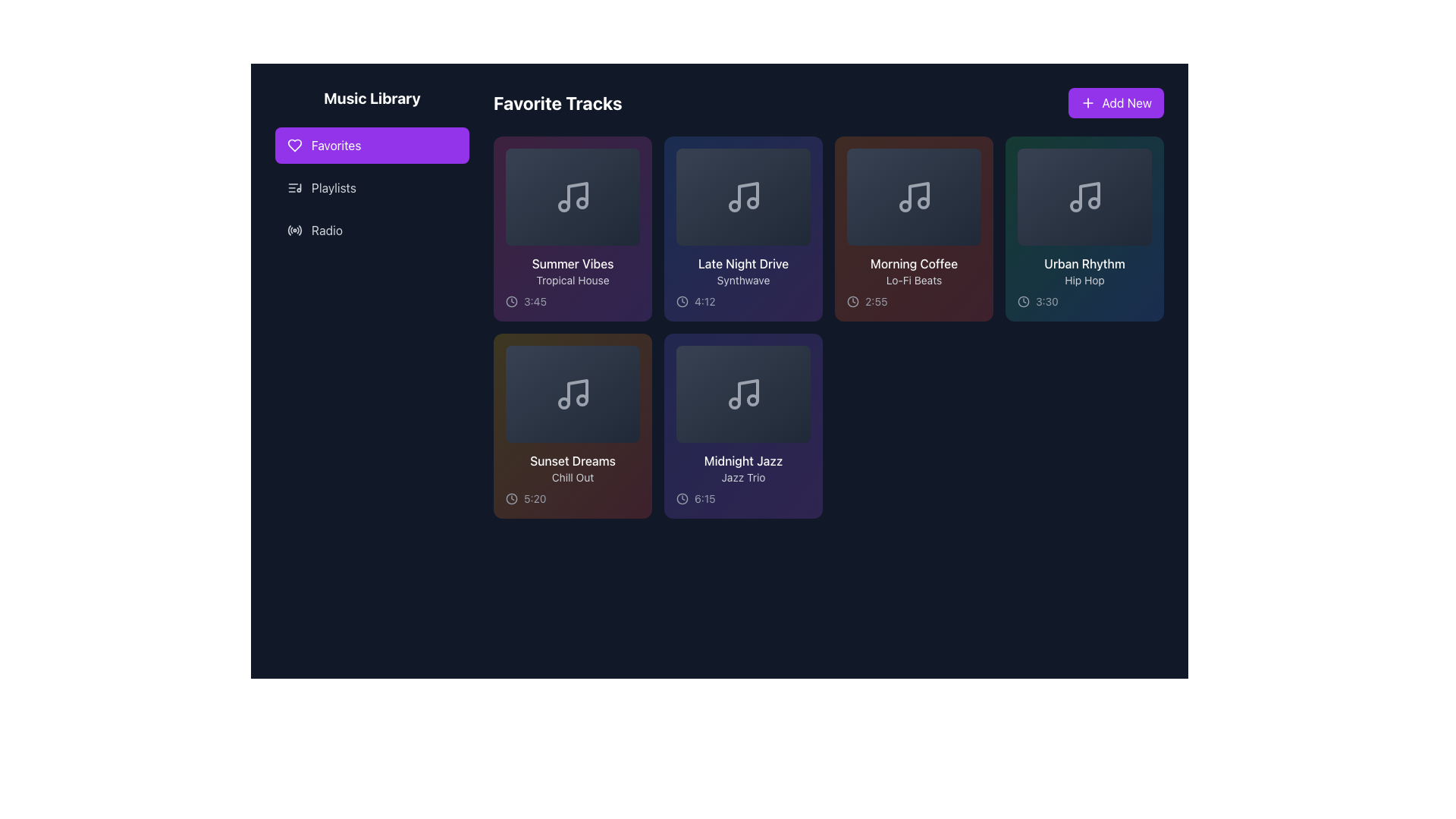  Describe the element at coordinates (326, 231) in the screenshot. I see `the text label for the Radio section of the Music Library` at that location.